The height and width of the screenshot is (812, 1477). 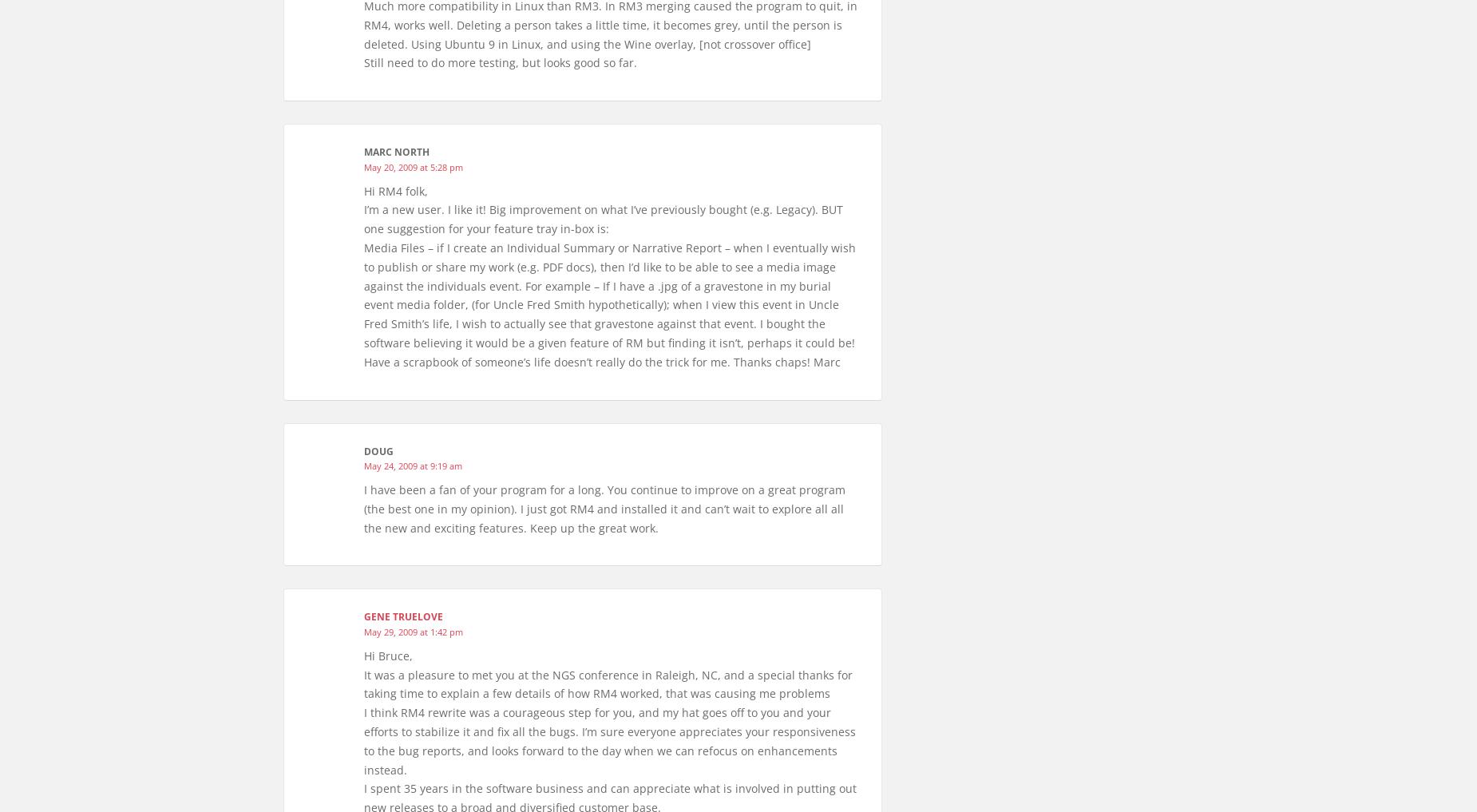 What do you see at coordinates (413, 464) in the screenshot?
I see `'May 24, 2009 at 9:19 am'` at bounding box center [413, 464].